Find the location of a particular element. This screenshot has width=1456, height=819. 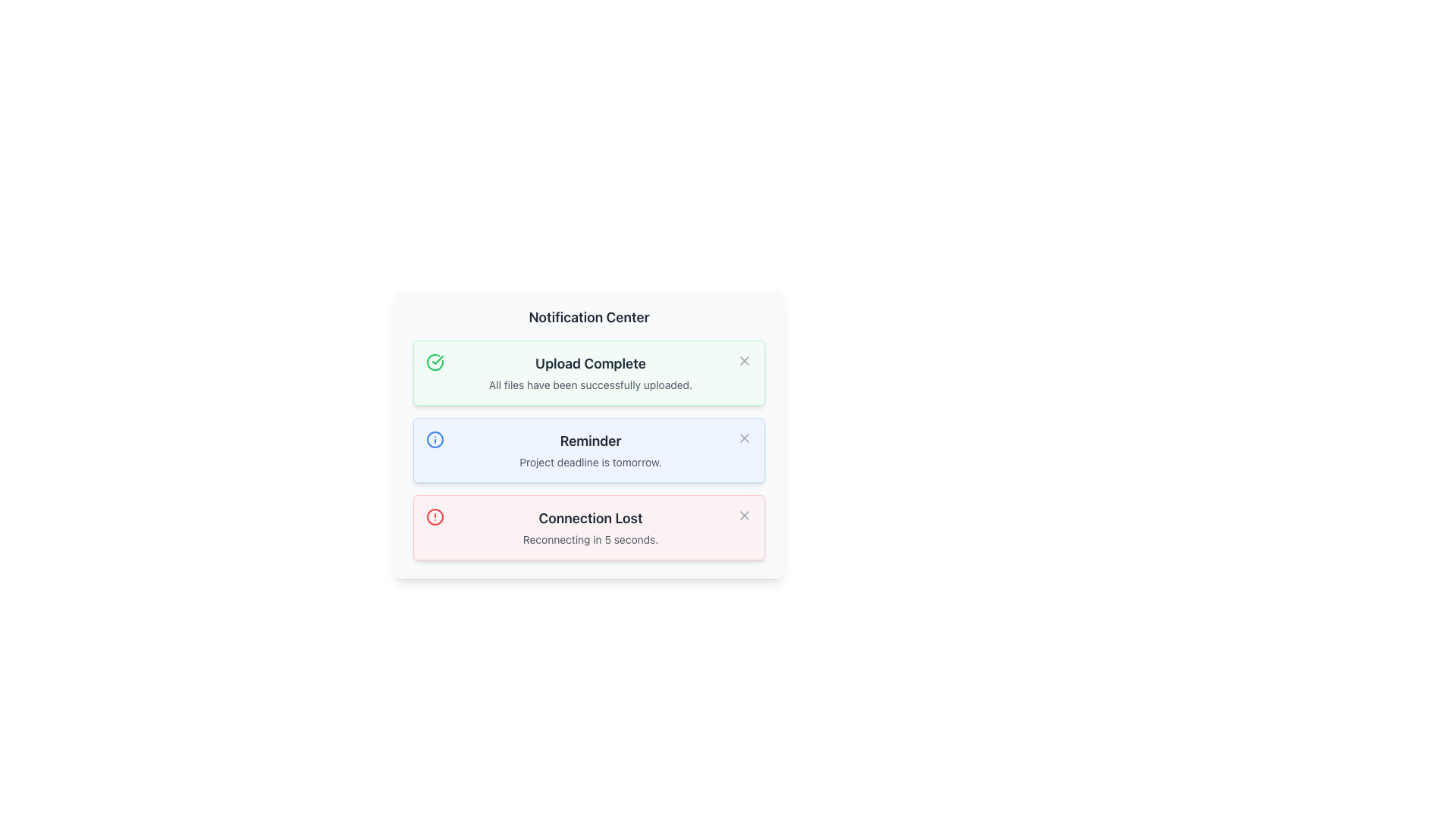

the SVG circle element that is part of the 'Connection Lost' notification alert icon, located at the bottom left of the notification list is located at coordinates (435, 516).